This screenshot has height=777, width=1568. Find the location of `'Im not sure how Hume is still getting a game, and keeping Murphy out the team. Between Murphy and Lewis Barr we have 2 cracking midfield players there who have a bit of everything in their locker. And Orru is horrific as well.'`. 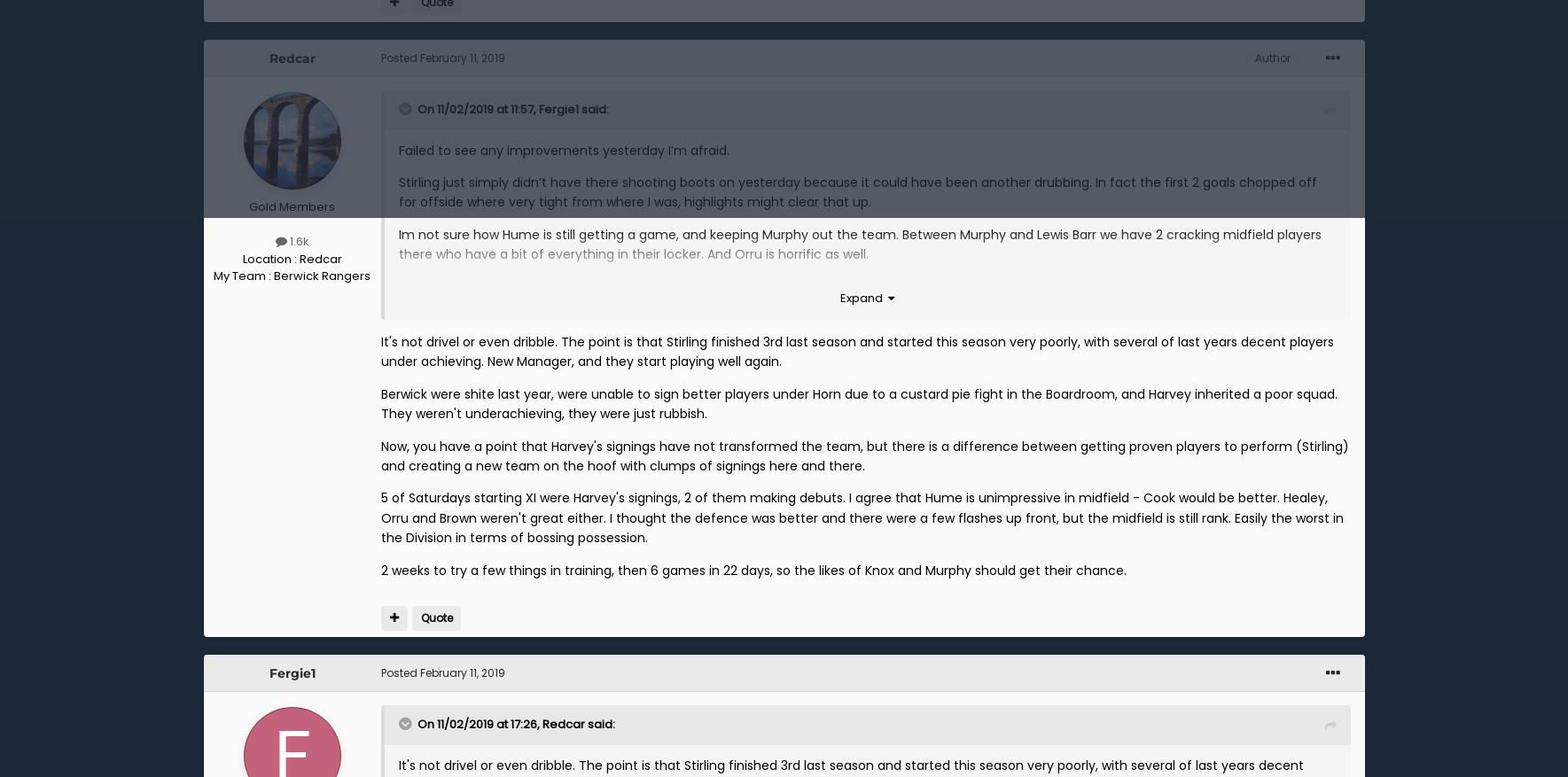

'Im not sure how Hume is still getting a game, and keeping Murphy out the team. Between Murphy and Lewis Barr we have 2 cracking midfield players there who have a bit of everything in their locker. And Orru is horrific as well.' is located at coordinates (859, 244).